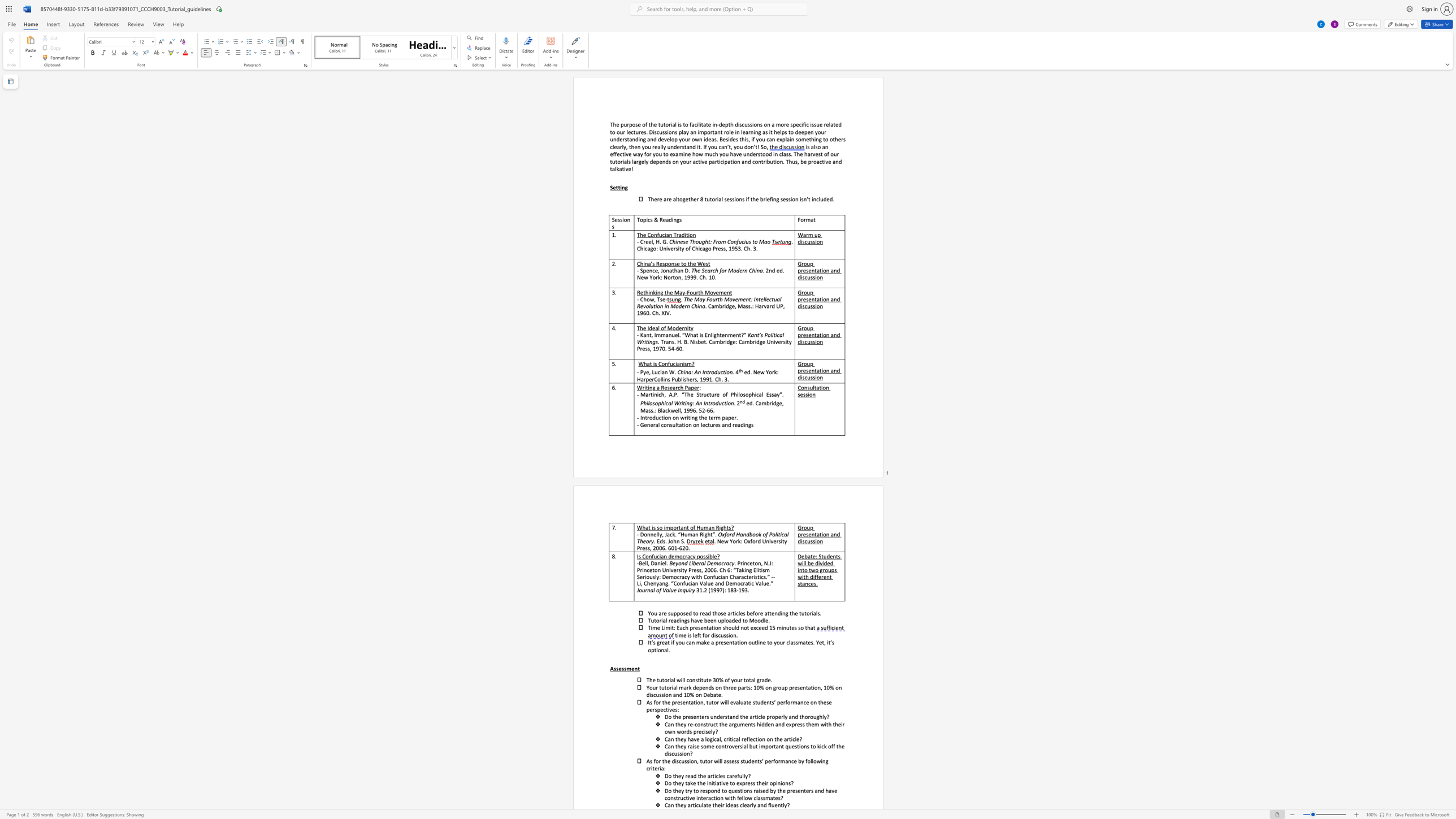 This screenshot has width=1456, height=819. Describe the element at coordinates (708, 132) in the screenshot. I see `the 1th character "o" in the text` at that location.